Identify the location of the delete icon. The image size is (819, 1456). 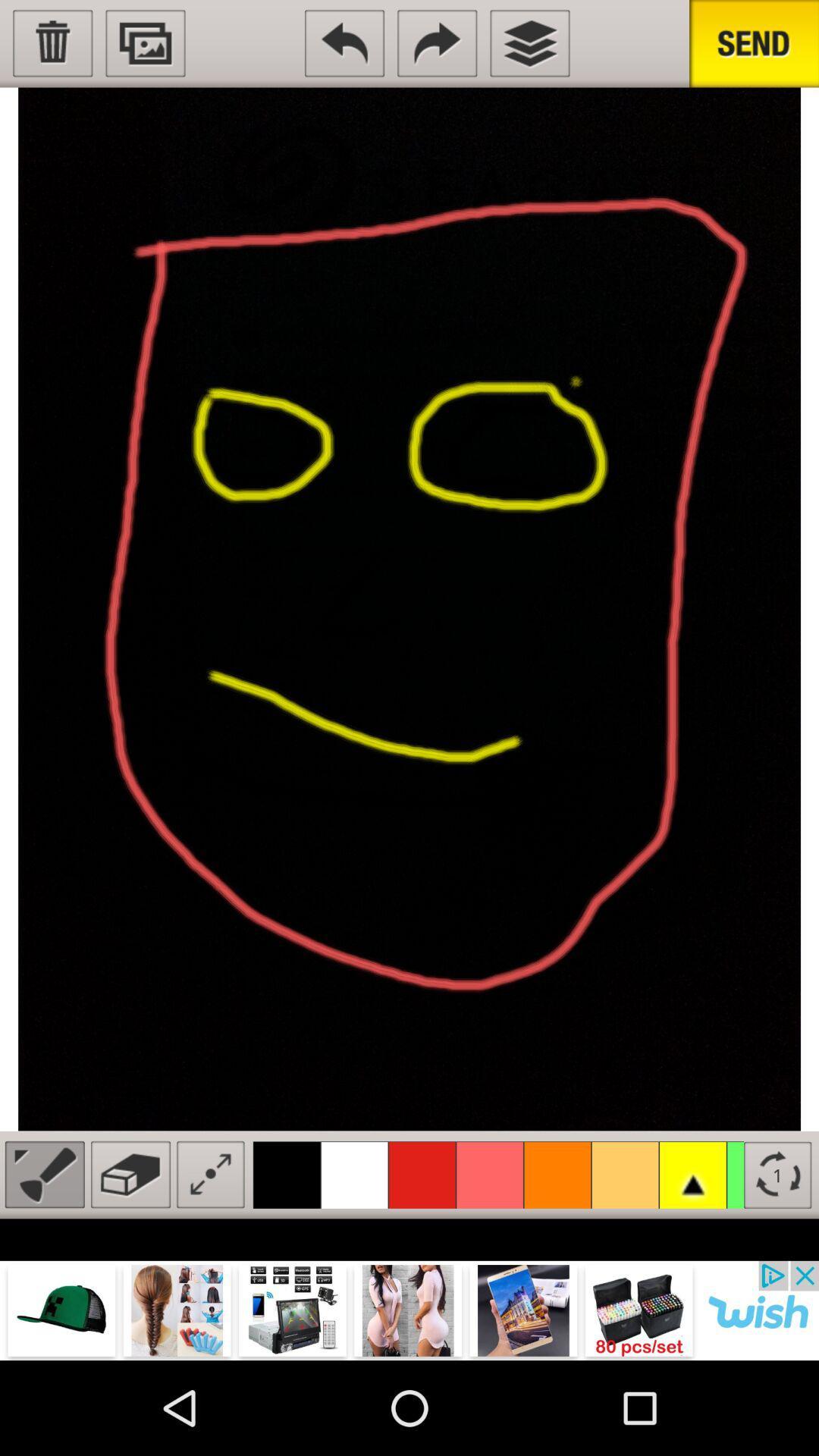
(52, 43).